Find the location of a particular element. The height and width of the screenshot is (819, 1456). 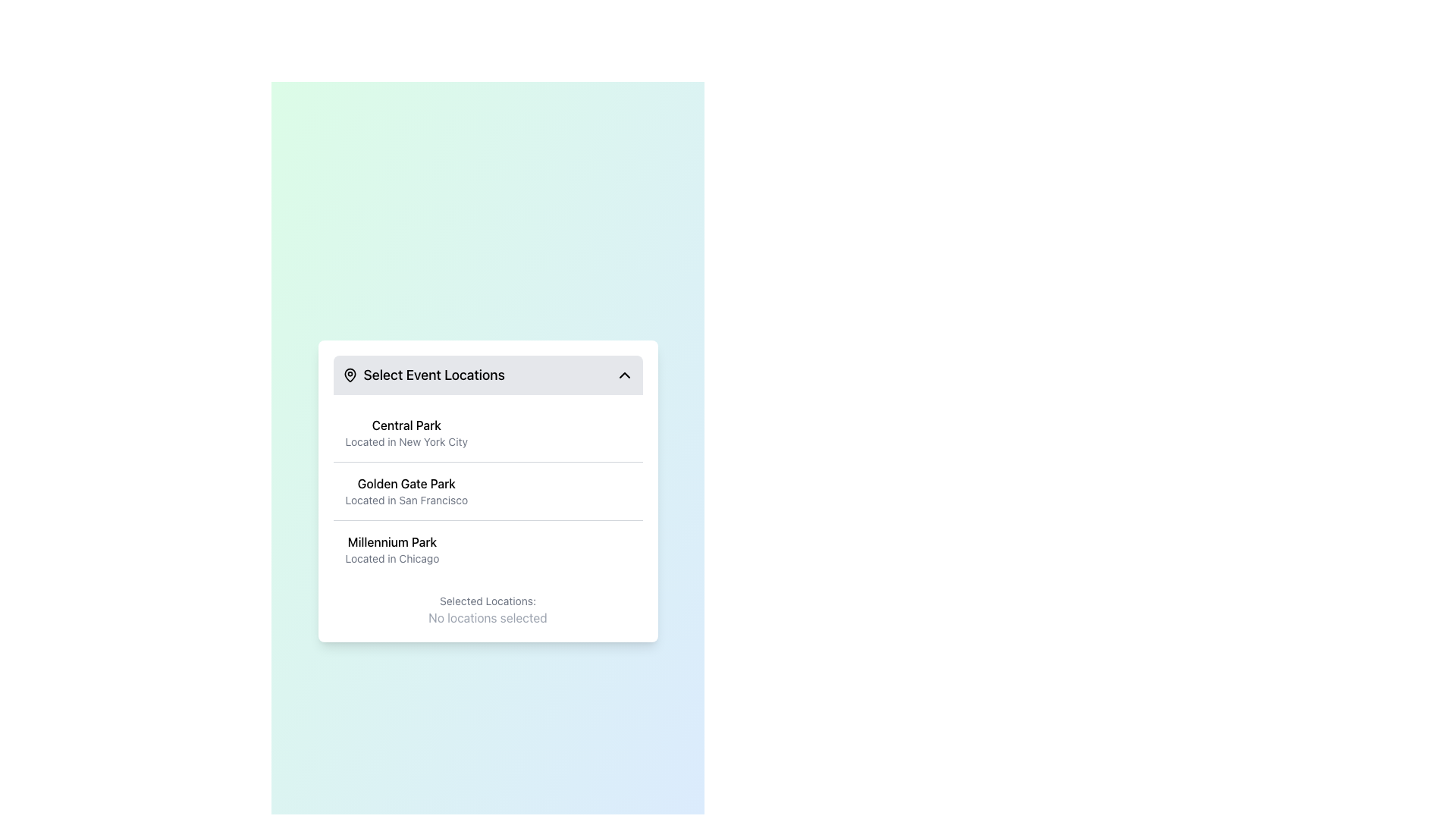

the 'Millennium Park' text label is located at coordinates (392, 550).